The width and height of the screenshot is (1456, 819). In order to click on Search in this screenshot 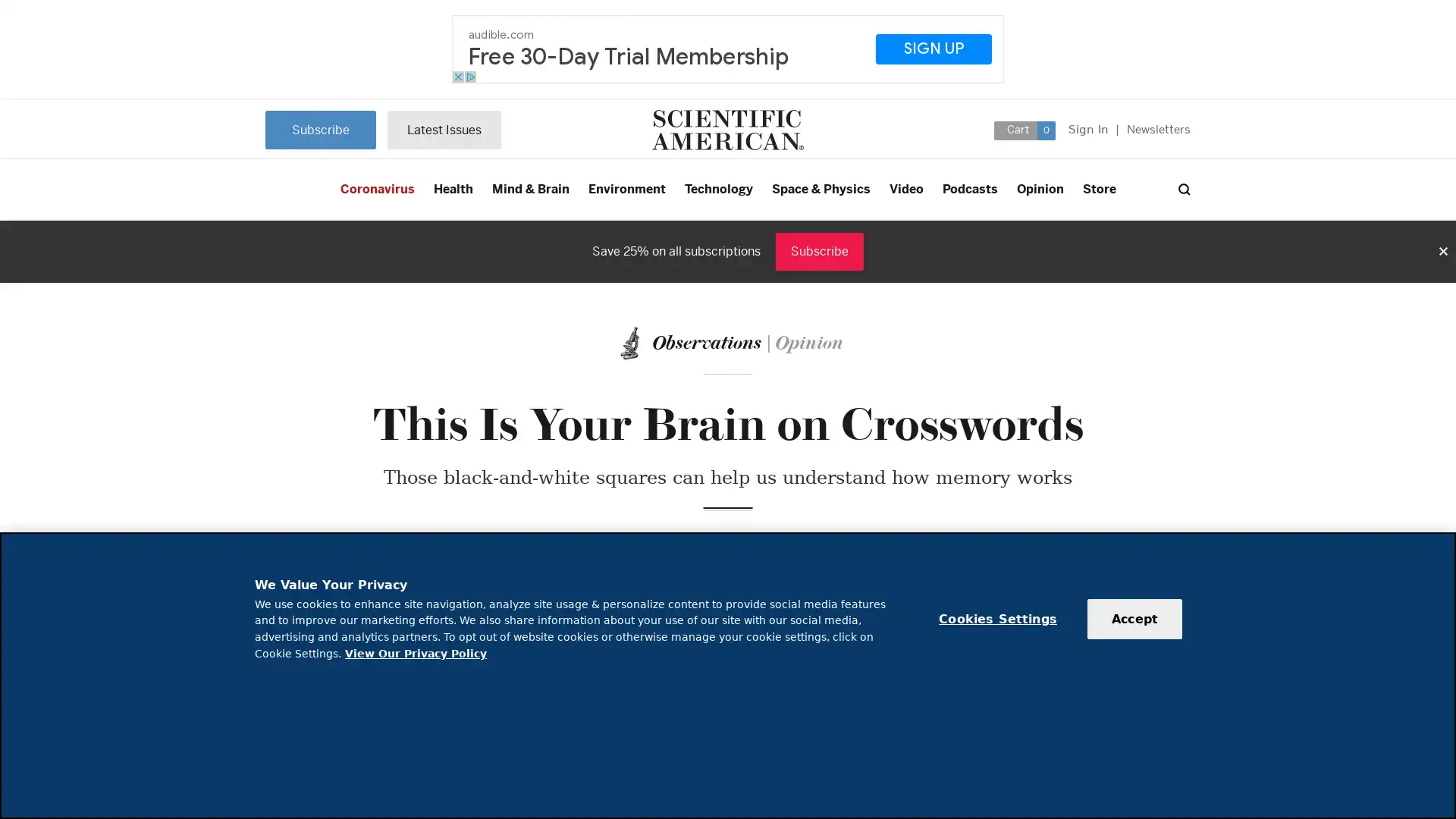, I will do `click(1183, 189)`.